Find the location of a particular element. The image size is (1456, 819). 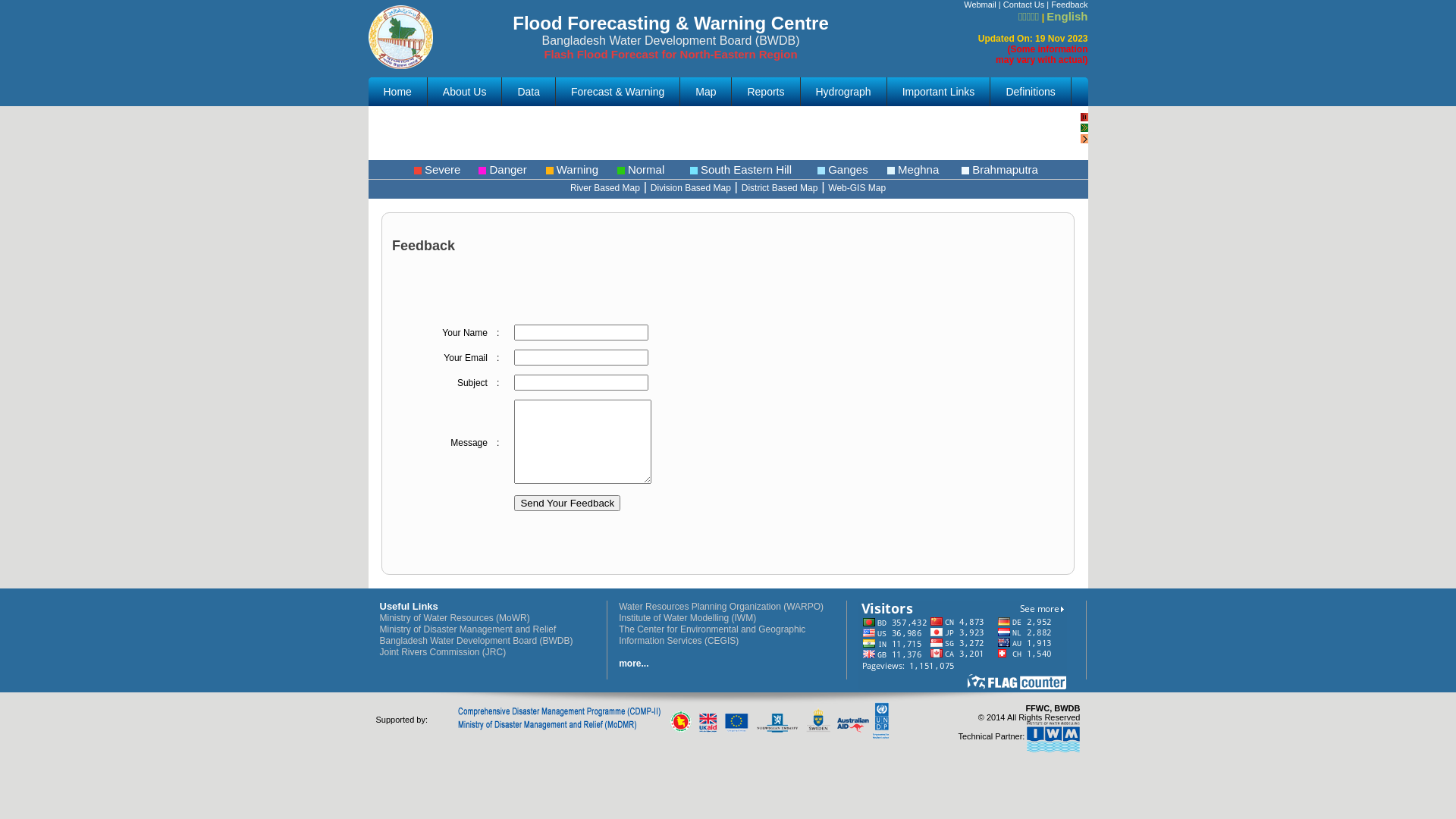

'English' is located at coordinates (1046, 16).